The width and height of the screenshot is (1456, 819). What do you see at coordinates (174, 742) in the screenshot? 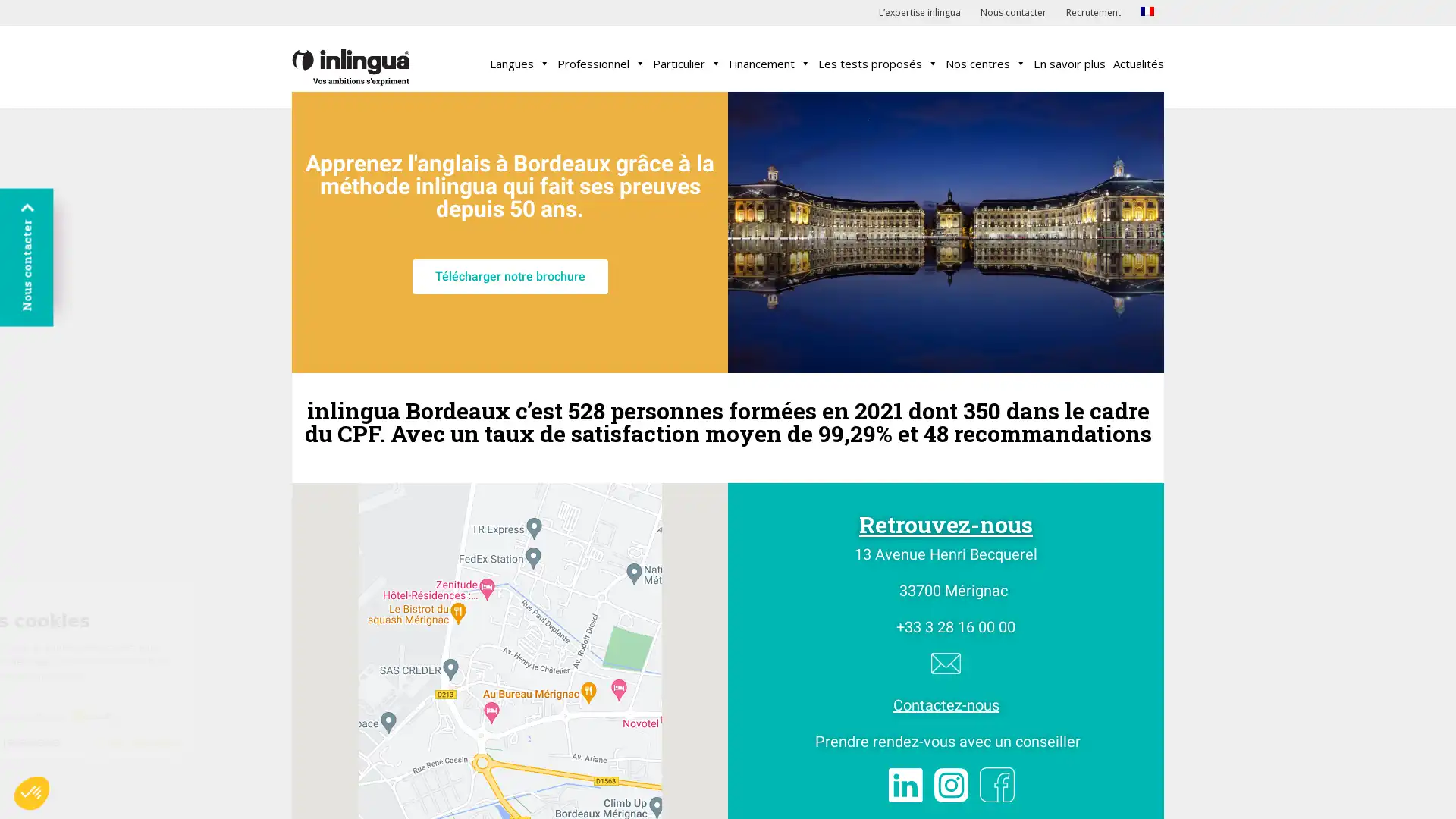
I see `Parametrer` at bounding box center [174, 742].